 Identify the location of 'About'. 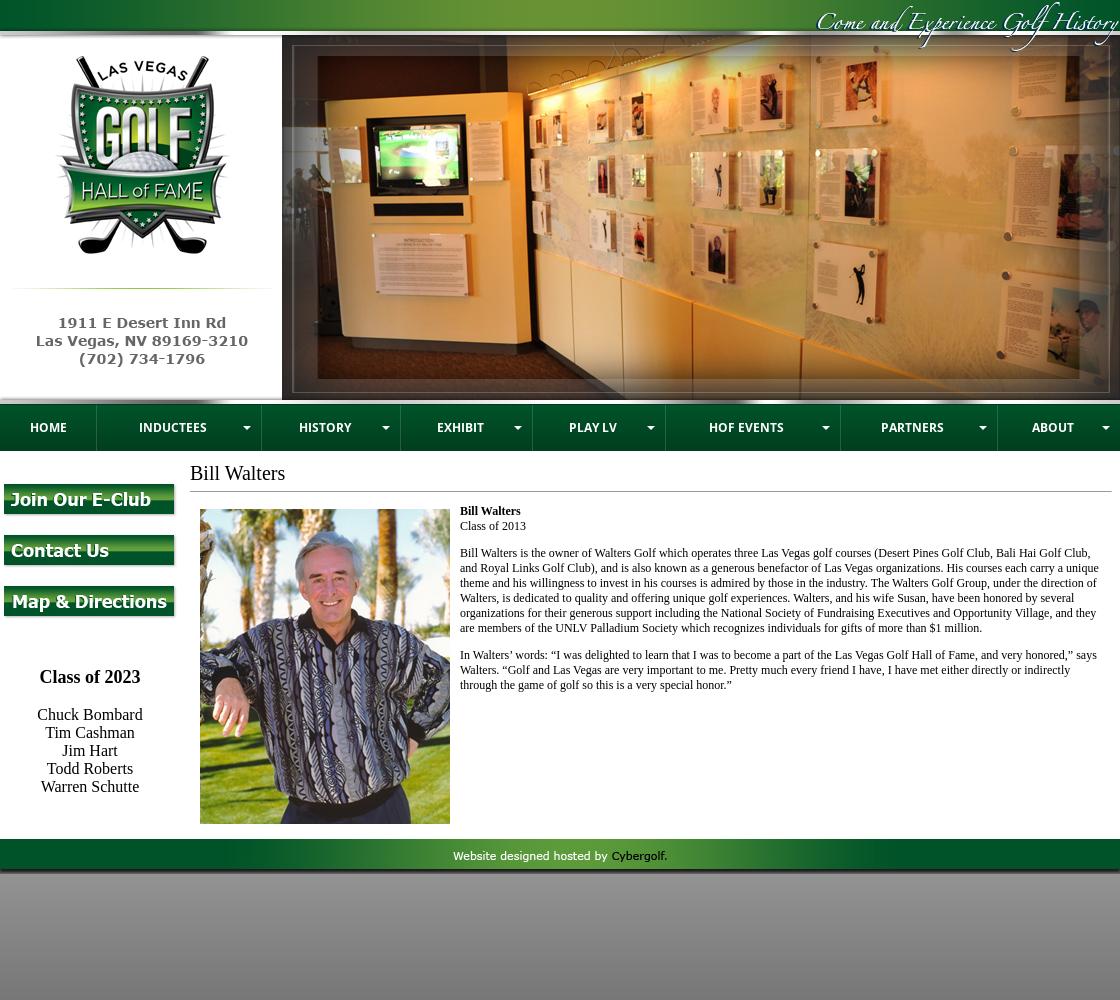
(1052, 426).